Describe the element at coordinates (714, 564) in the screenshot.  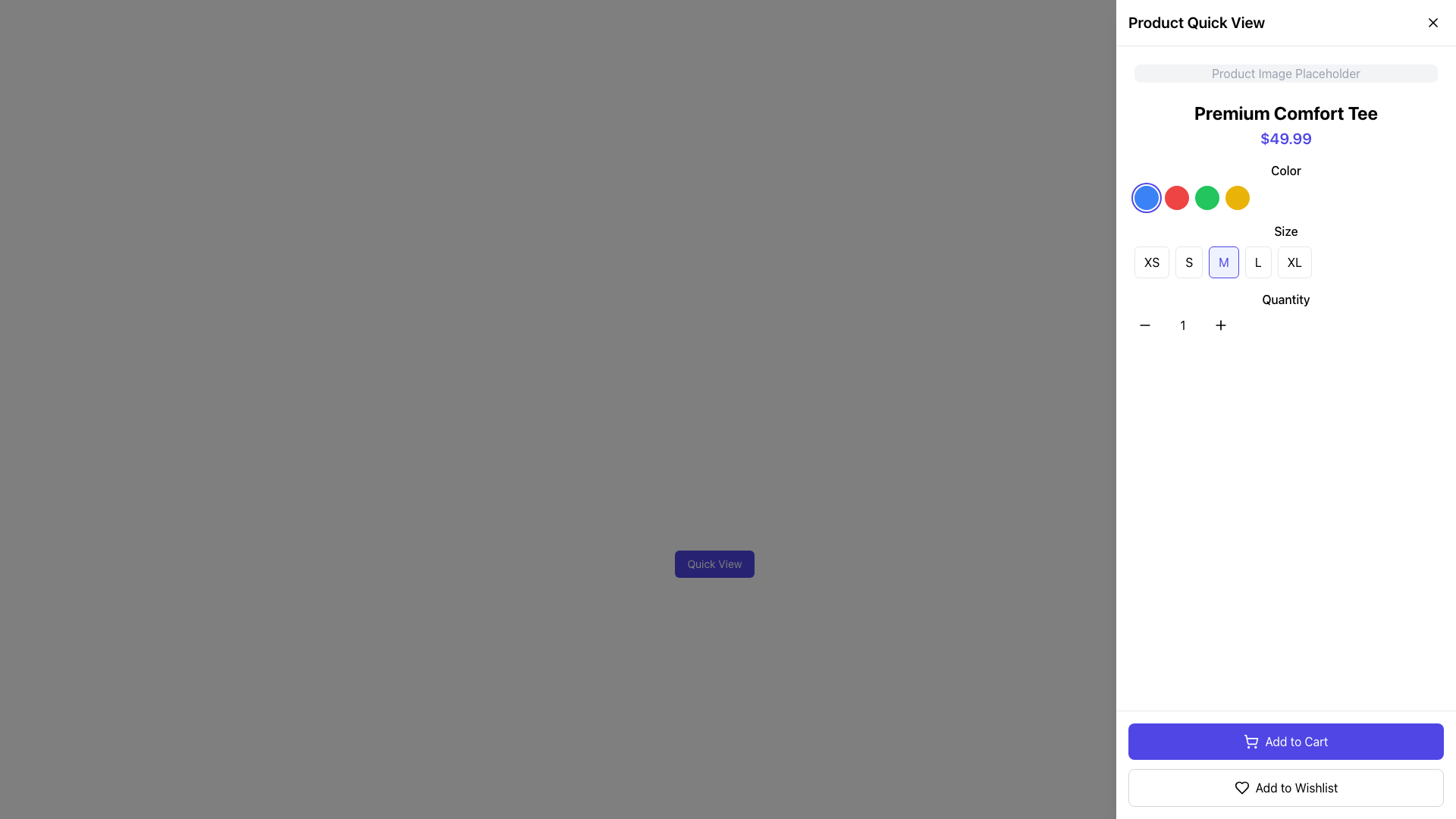
I see `the button located in the center-bottom part of the interface` at that location.